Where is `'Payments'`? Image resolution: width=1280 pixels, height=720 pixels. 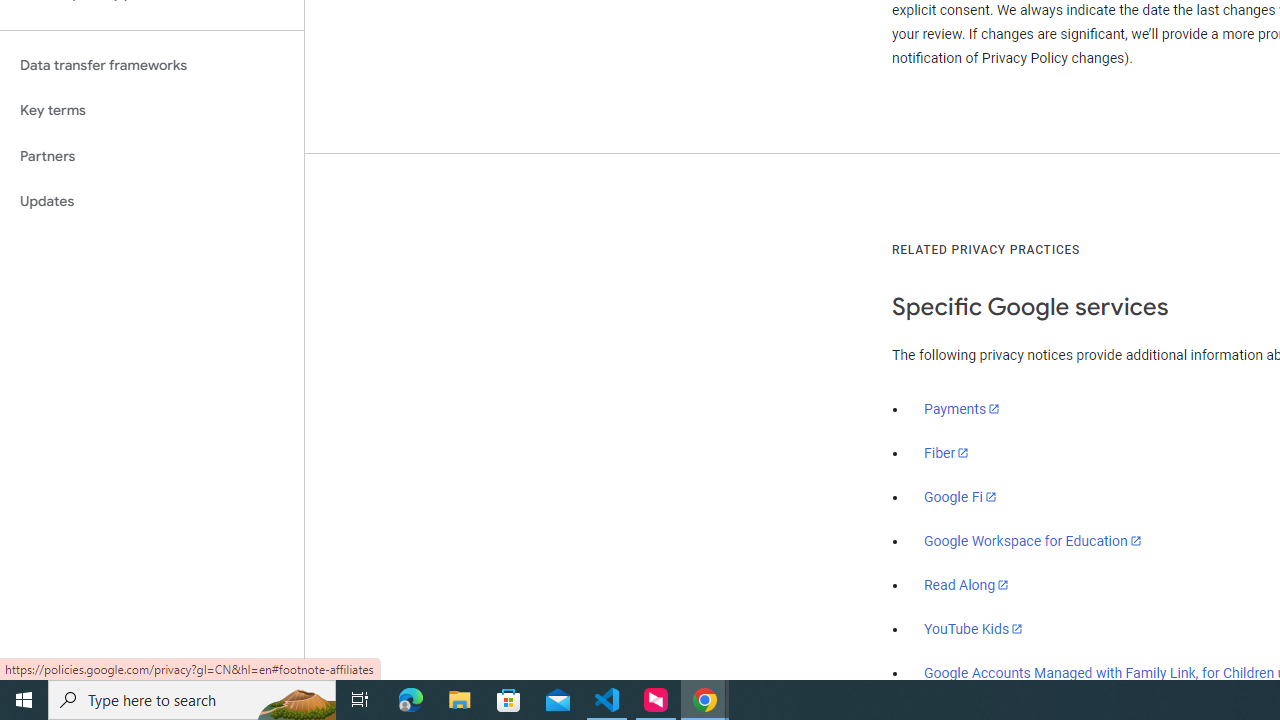
'Payments' is located at coordinates (962, 408).